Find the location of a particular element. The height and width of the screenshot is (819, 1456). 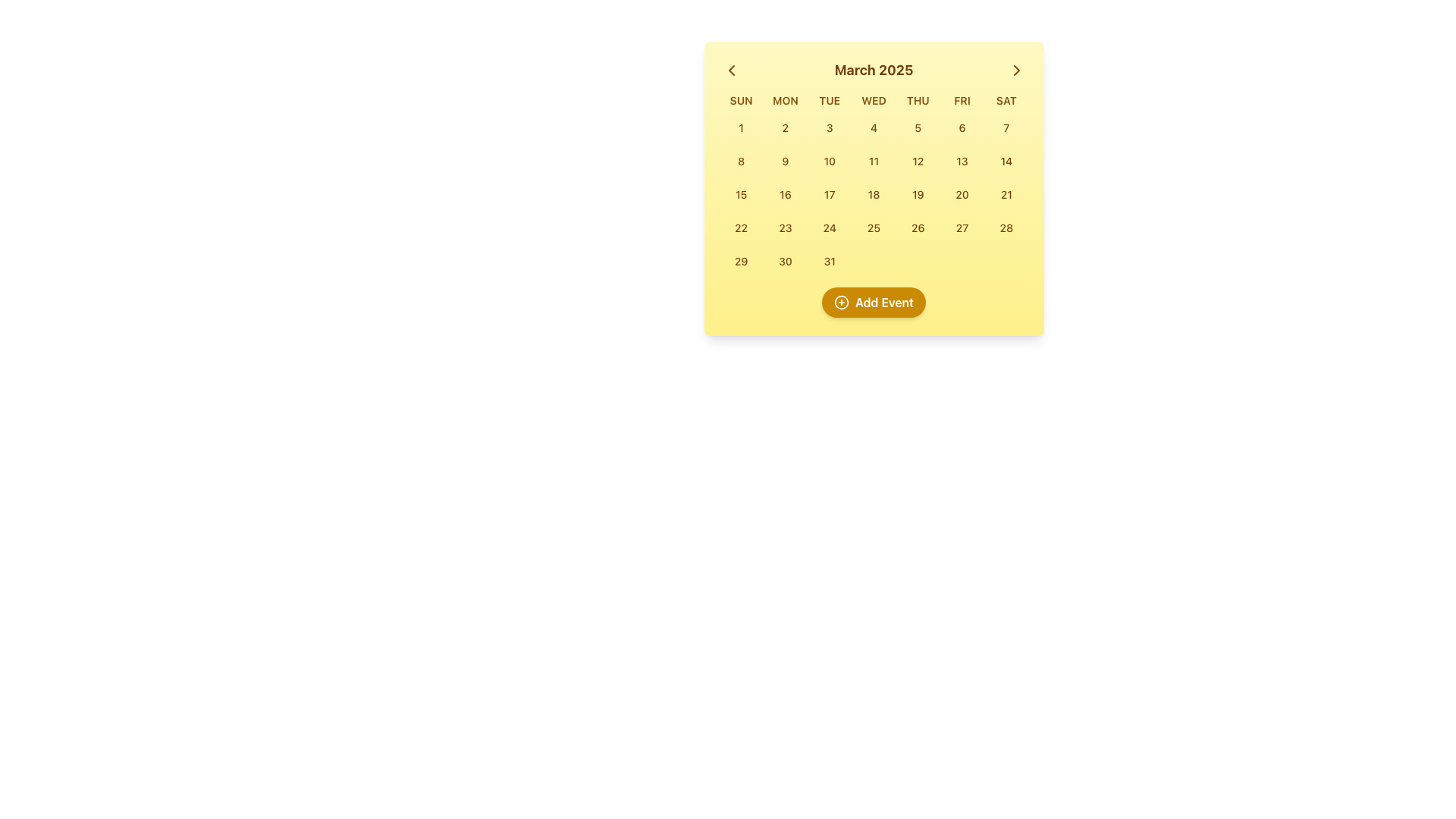

the calendar grid cell displaying the number '20' is located at coordinates (962, 194).